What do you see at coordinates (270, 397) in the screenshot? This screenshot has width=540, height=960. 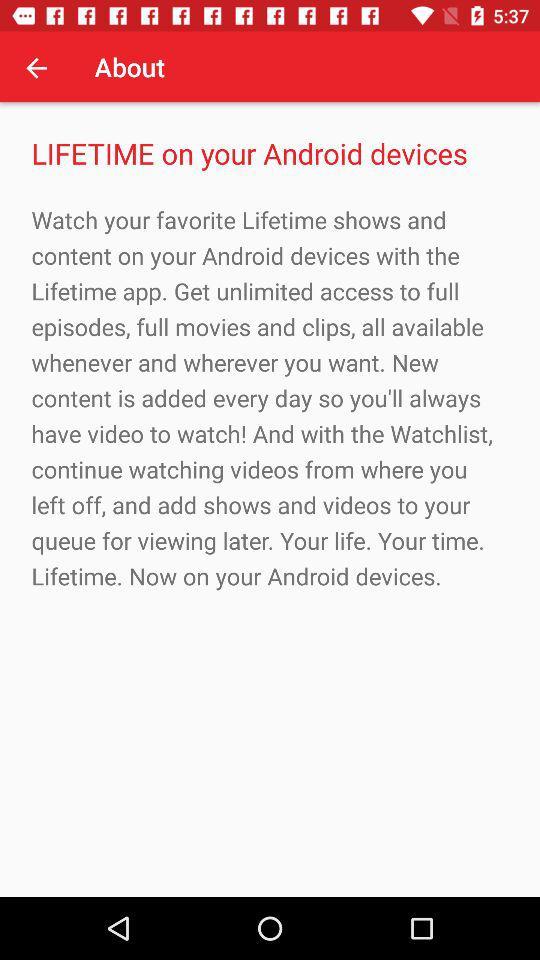 I see `watch your favorite` at bounding box center [270, 397].